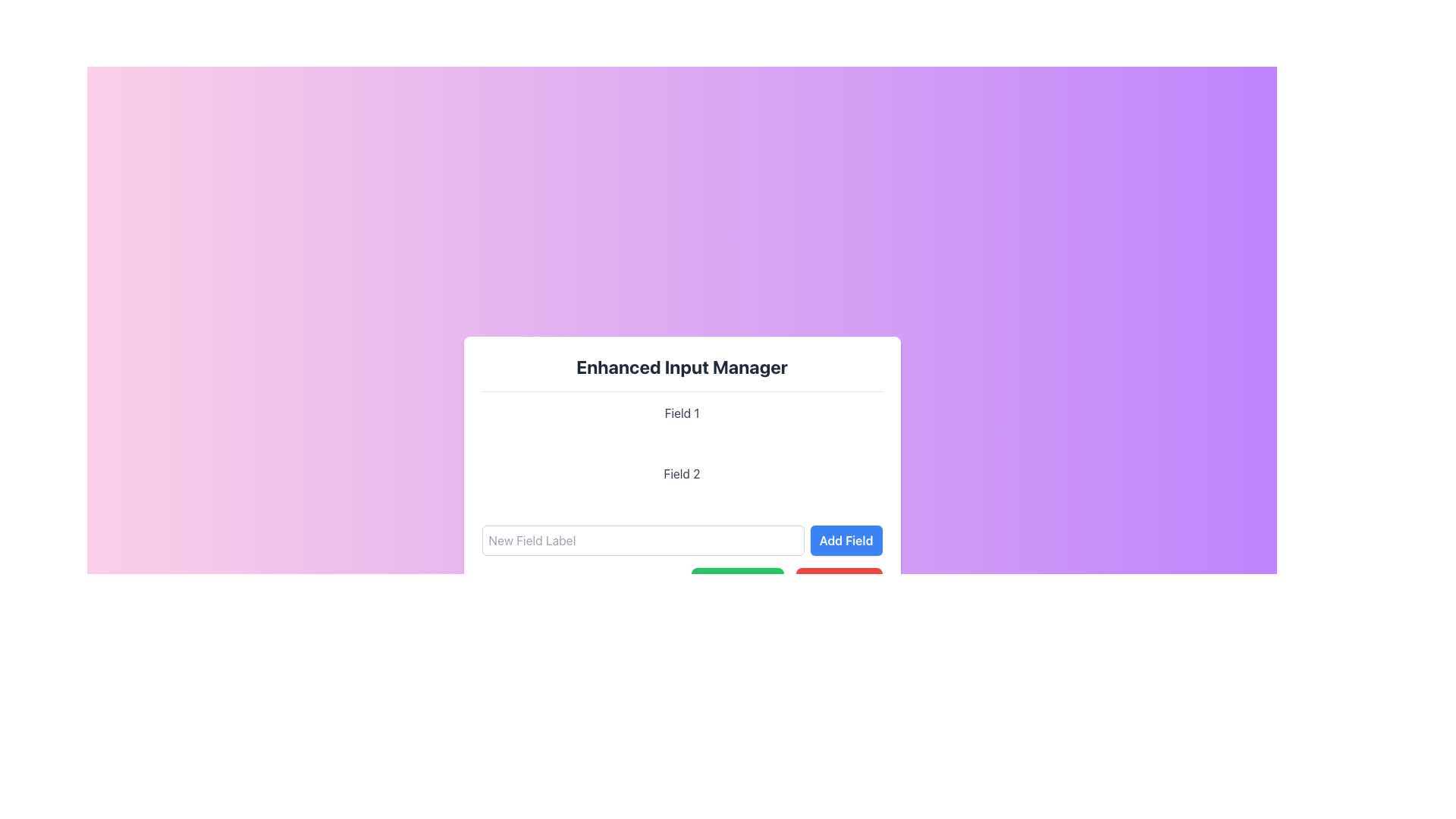 Image resolution: width=1456 pixels, height=819 pixels. I want to click on the confirm button located at the bottom center of the interface, positioned to the left of the 'Cancel' button, to confirm the action, so click(737, 582).